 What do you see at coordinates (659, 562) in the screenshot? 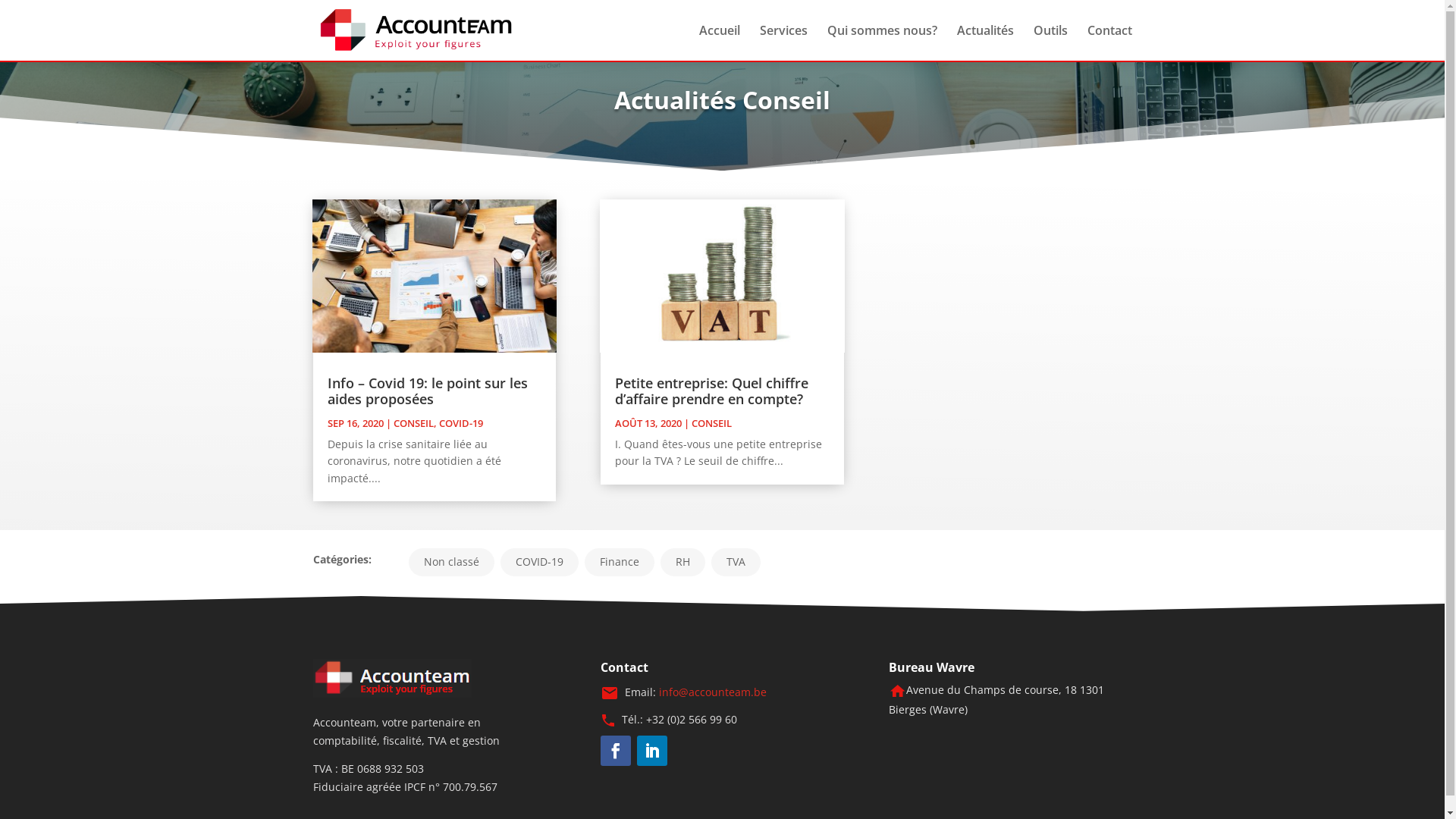
I see `'RH'` at bounding box center [659, 562].